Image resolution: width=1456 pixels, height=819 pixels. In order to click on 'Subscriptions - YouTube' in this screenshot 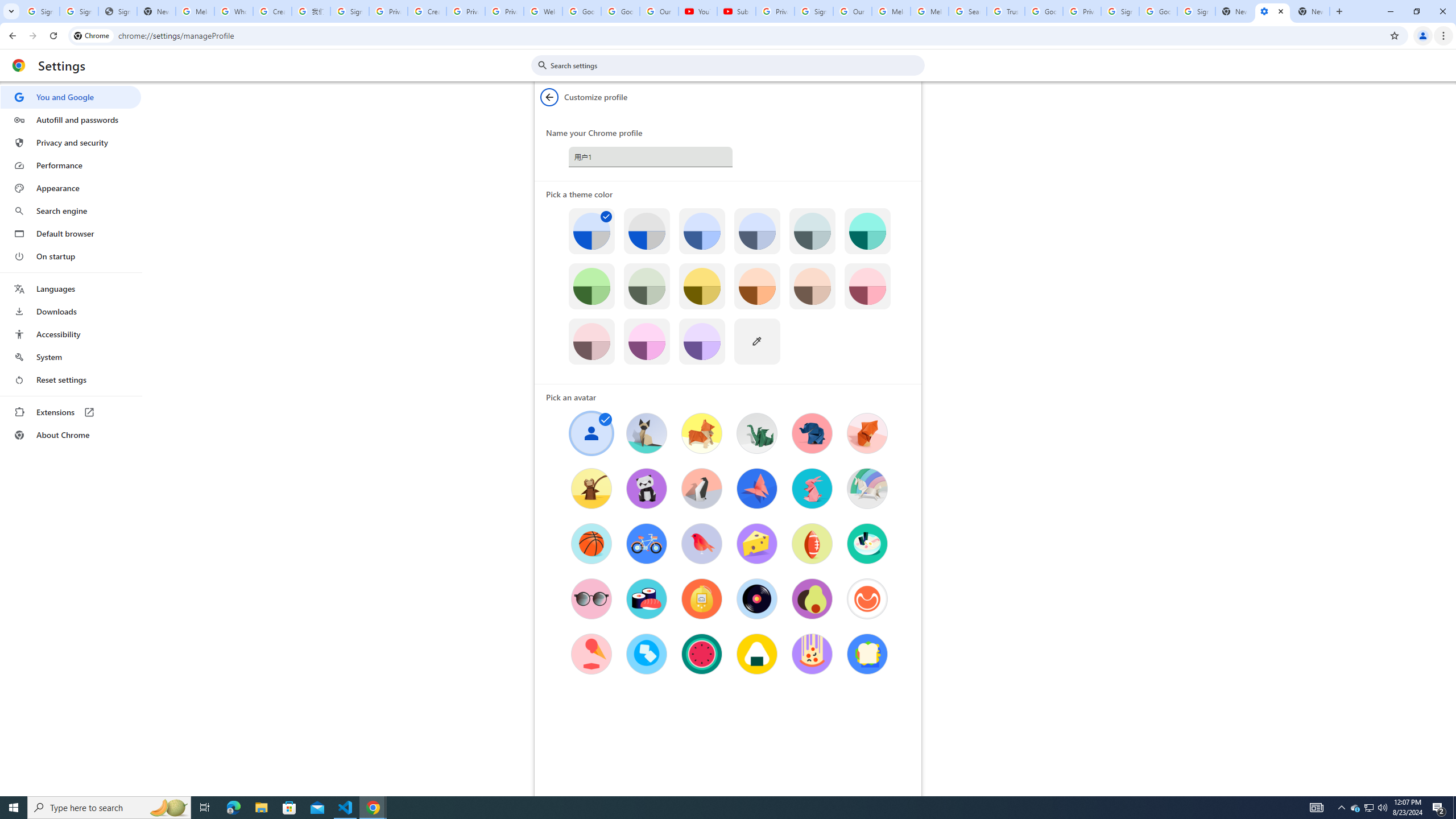, I will do `click(737, 11)`.